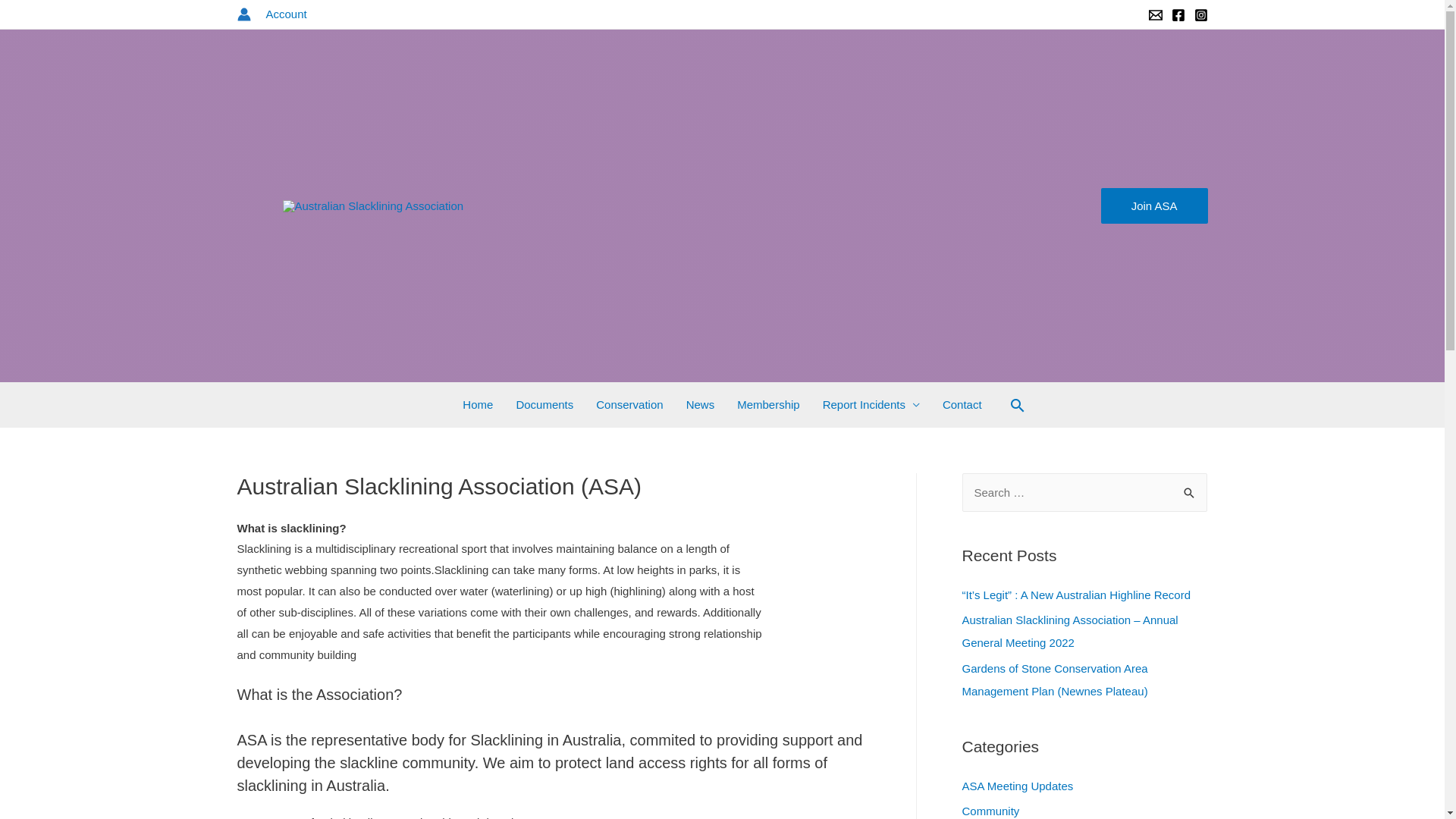  I want to click on 'Home', so click(476, 403).